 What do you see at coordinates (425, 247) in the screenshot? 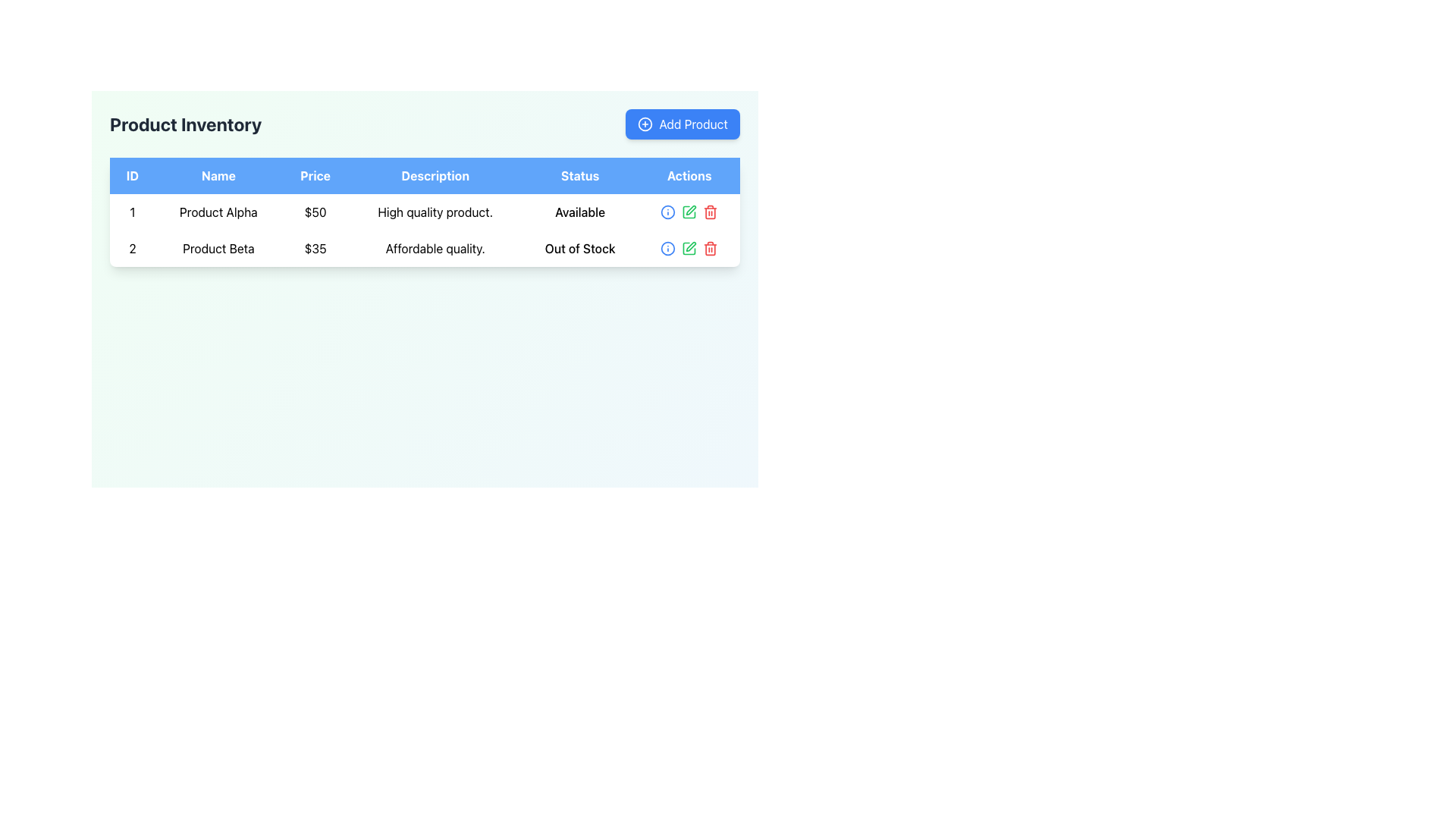
I see `the second row of the inventory table` at bounding box center [425, 247].